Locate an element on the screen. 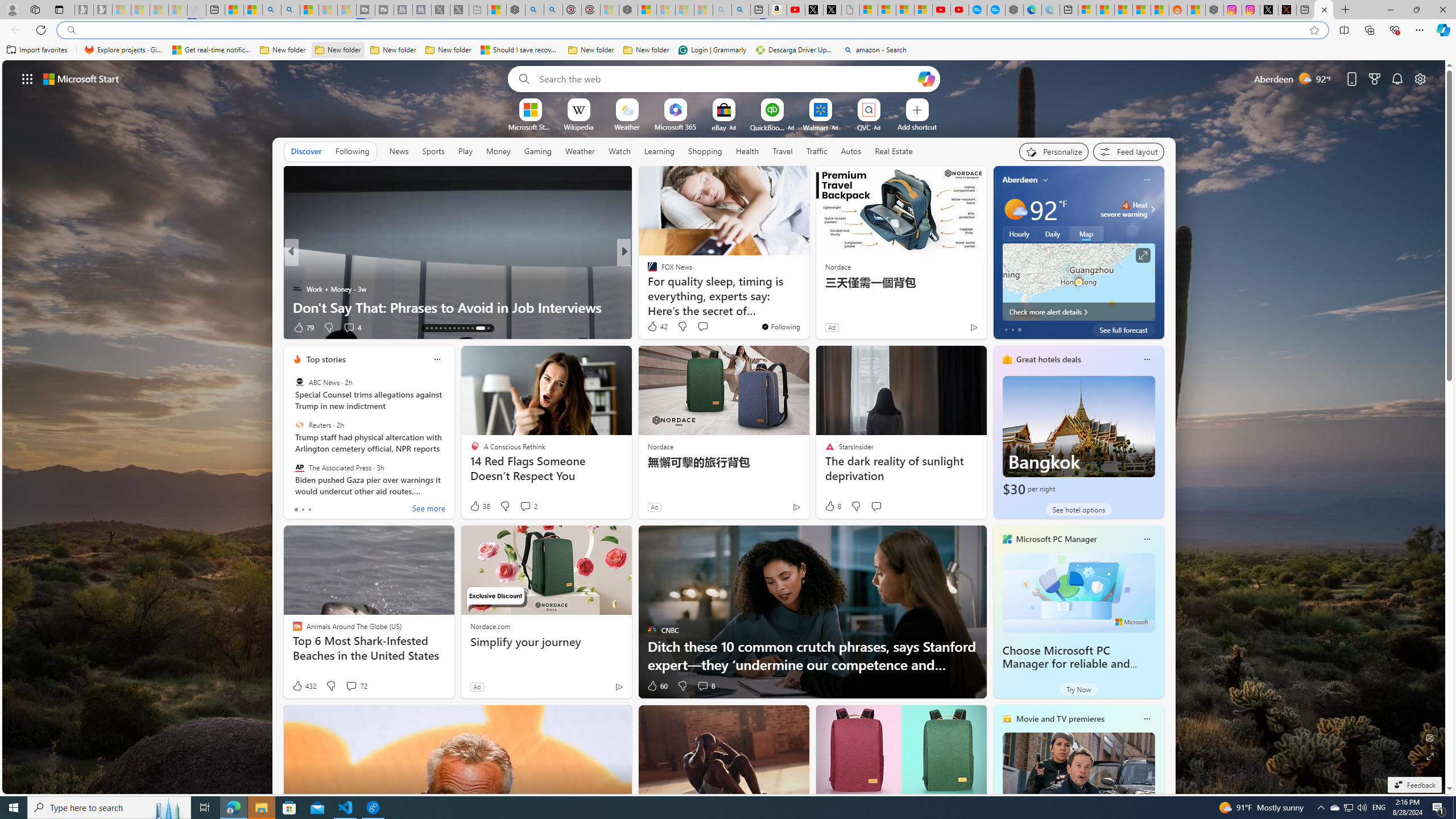  'View comments 4 Comment' is located at coordinates (351, 327).